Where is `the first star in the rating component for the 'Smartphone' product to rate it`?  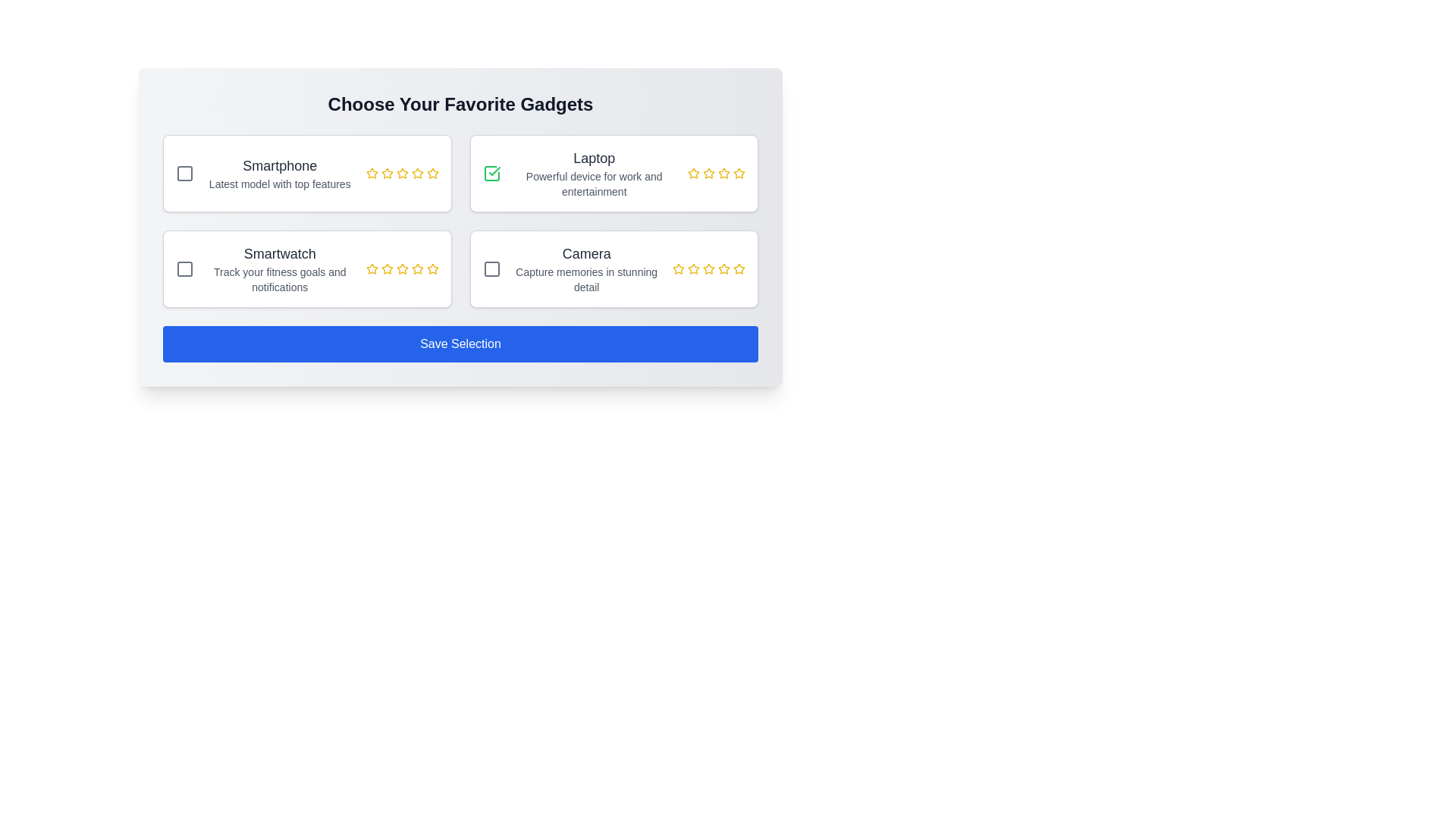 the first star in the rating component for the 'Smartphone' product to rate it is located at coordinates (372, 172).